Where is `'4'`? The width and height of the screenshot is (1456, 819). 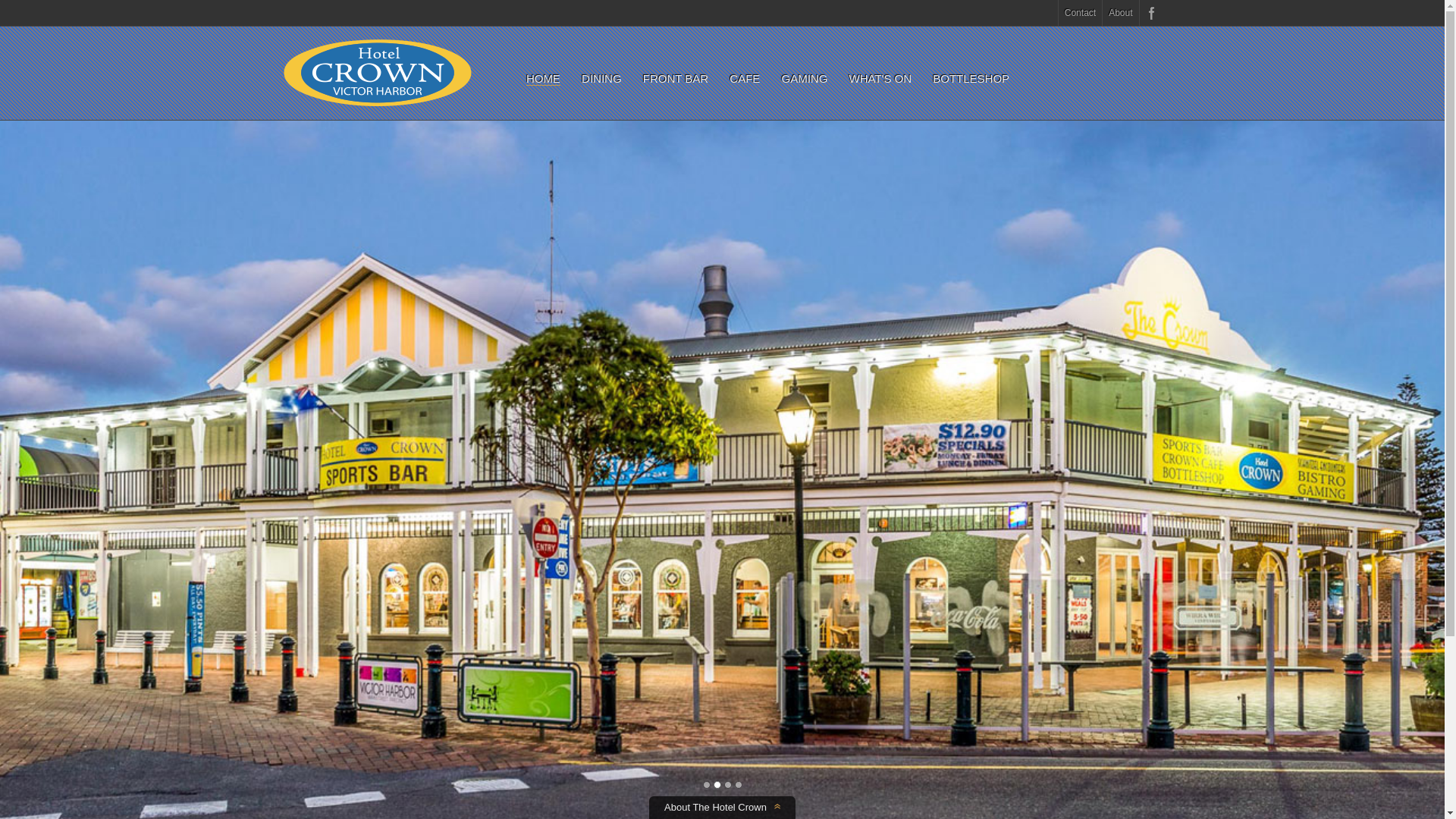 '4' is located at coordinates (734, 784).